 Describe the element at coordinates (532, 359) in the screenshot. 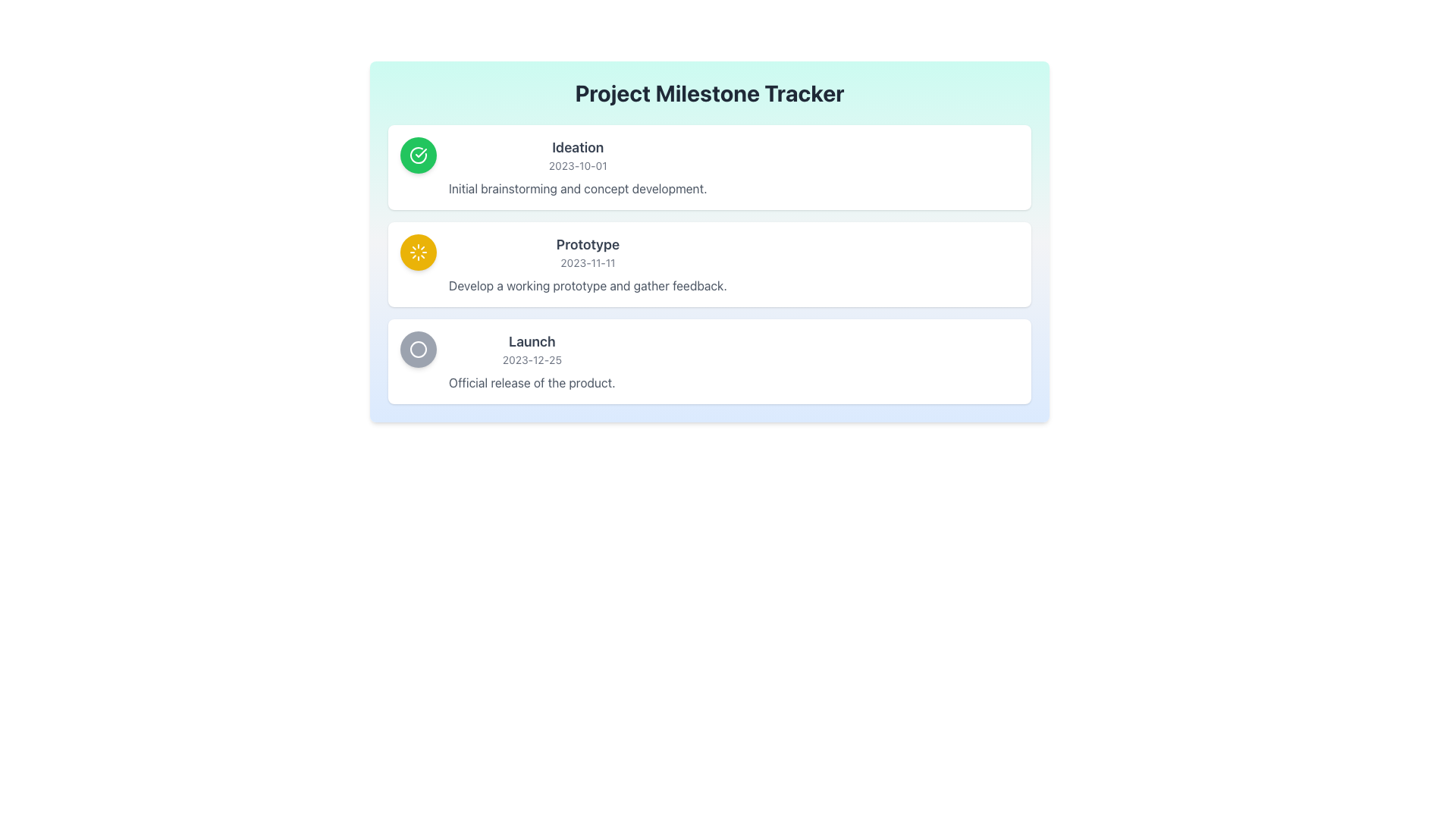

I see `static text element displaying the date '2023-12-25', which is styled in a smaller gray font and positioned below the 'Launch' heading` at that location.